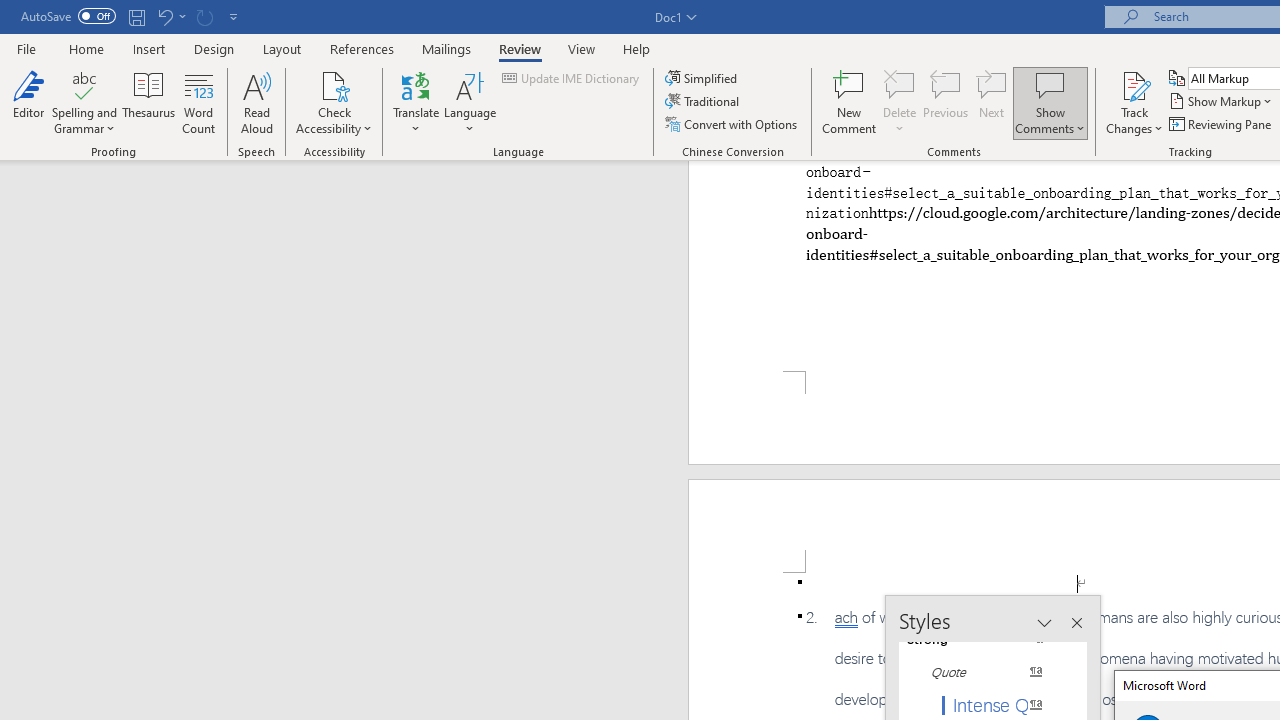 This screenshot has height=720, width=1280. What do you see at coordinates (148, 103) in the screenshot?
I see `'Thesaurus...'` at bounding box center [148, 103].